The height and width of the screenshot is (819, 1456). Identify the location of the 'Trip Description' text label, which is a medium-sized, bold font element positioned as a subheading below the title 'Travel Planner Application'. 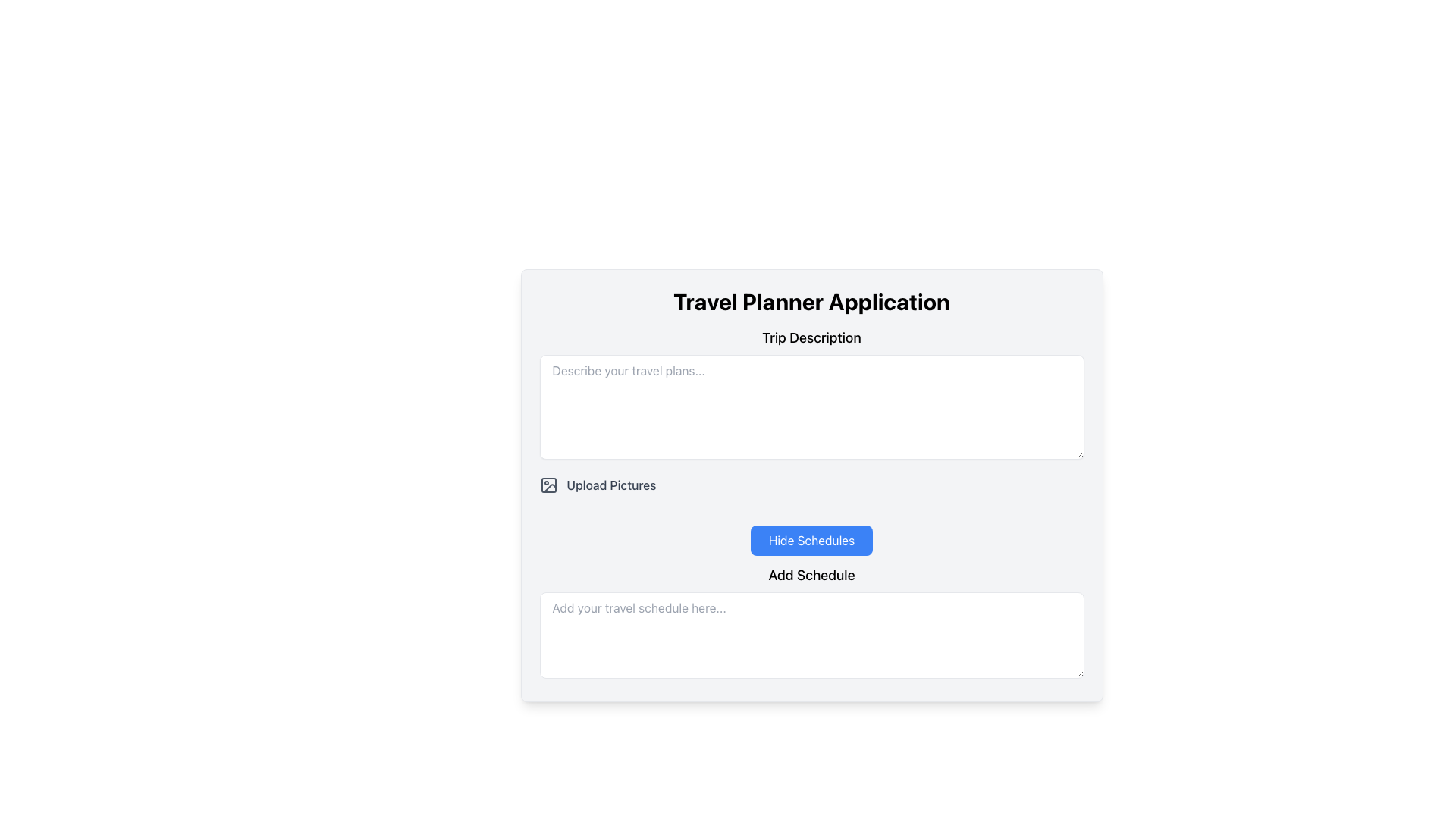
(811, 337).